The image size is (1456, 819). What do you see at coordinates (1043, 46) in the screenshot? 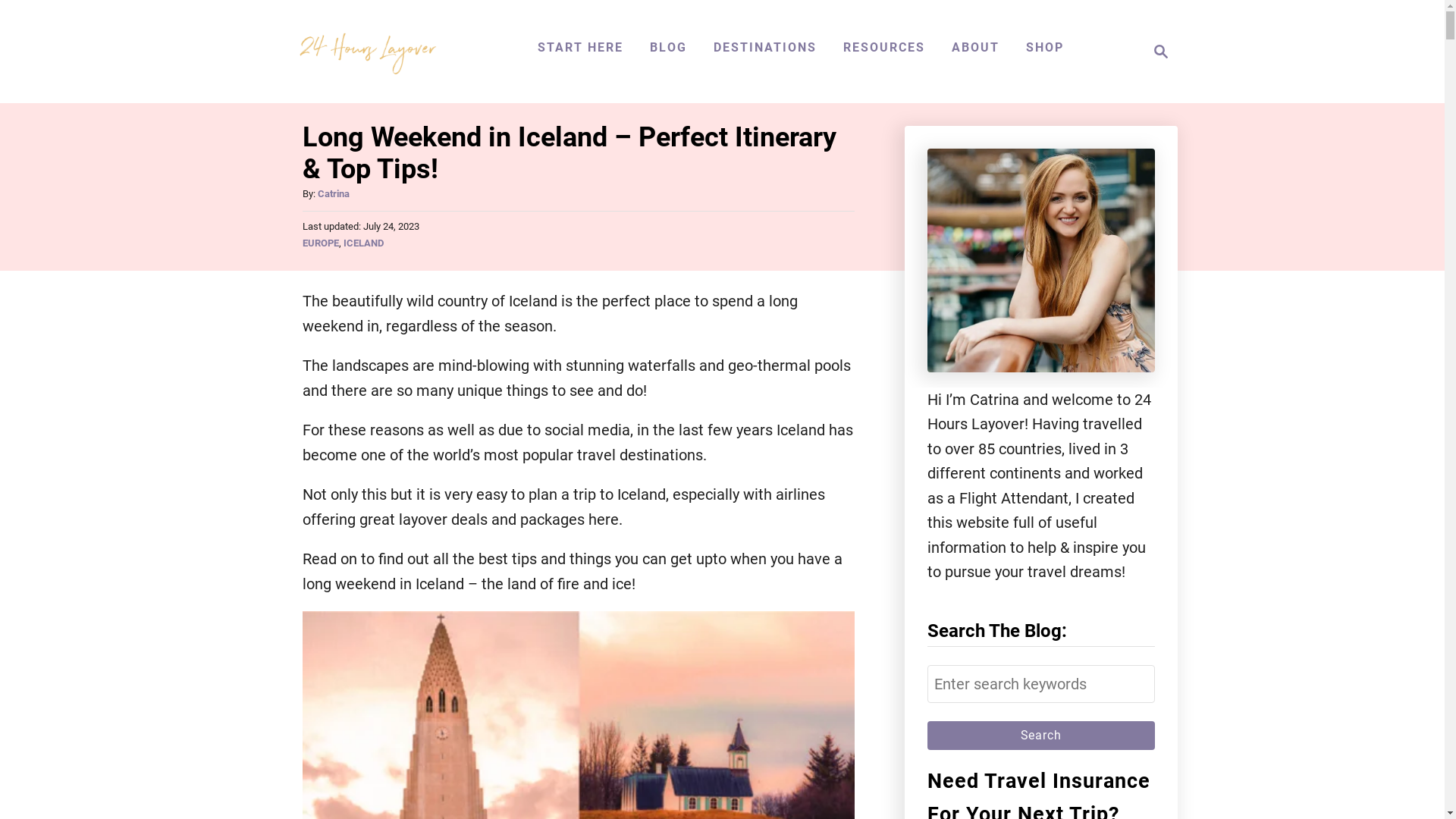
I see `'SHOP'` at bounding box center [1043, 46].